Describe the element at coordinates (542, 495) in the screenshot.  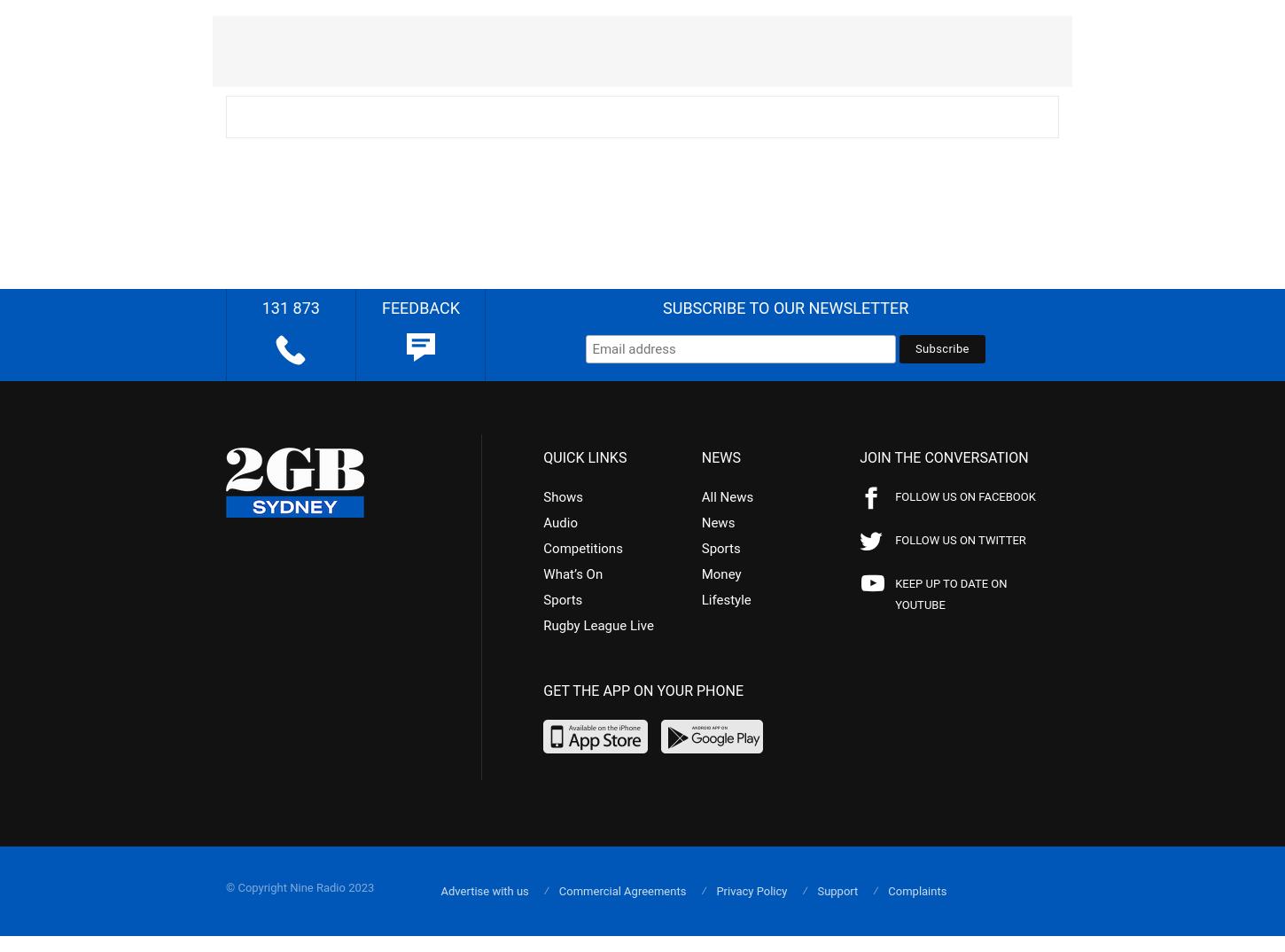
I see `'Shows'` at that location.